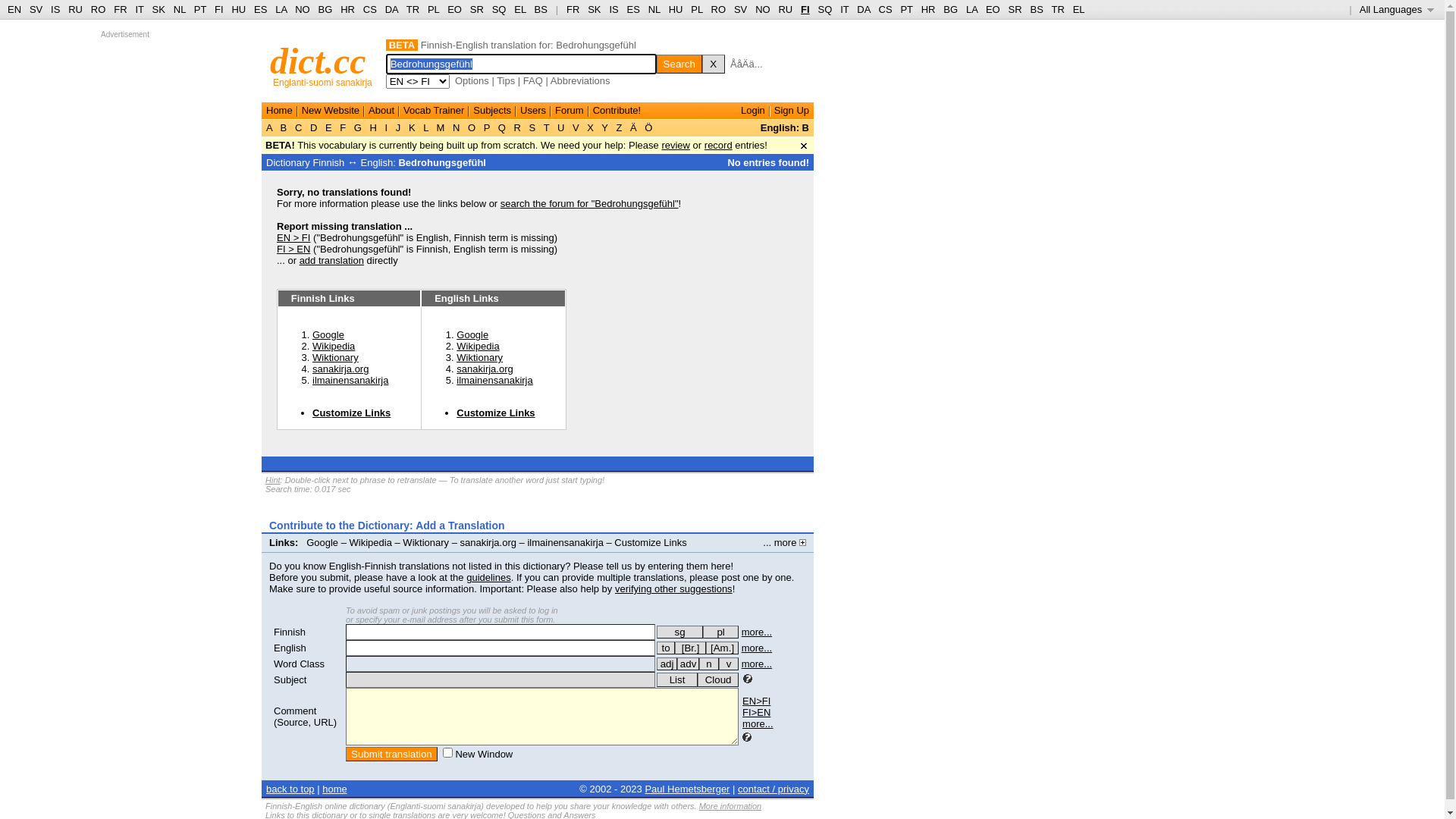  Describe the element at coordinates (541, 9) in the screenshot. I see `'BS'` at that location.